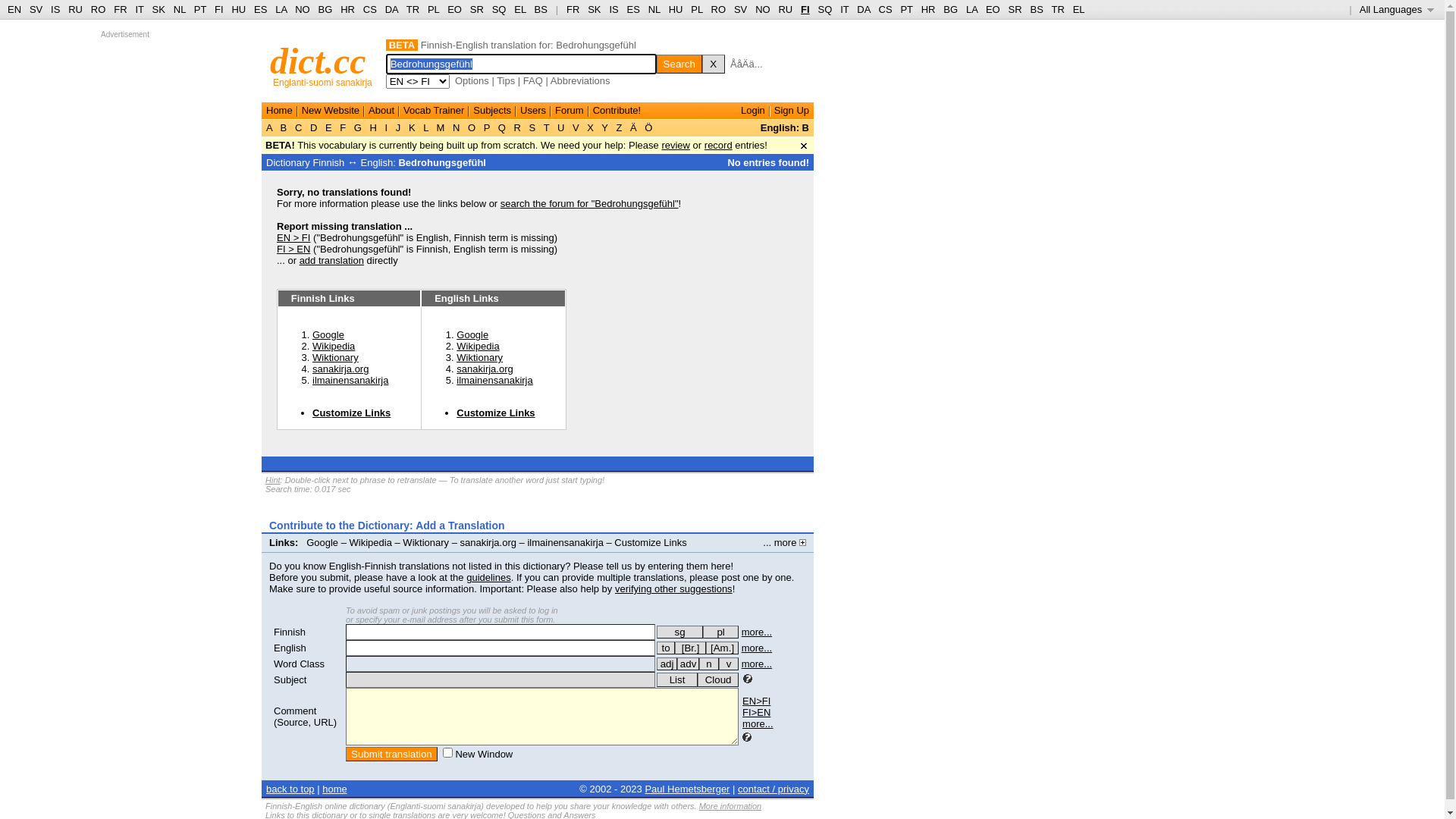  Describe the element at coordinates (541, 9) in the screenshot. I see `'BS'` at that location.